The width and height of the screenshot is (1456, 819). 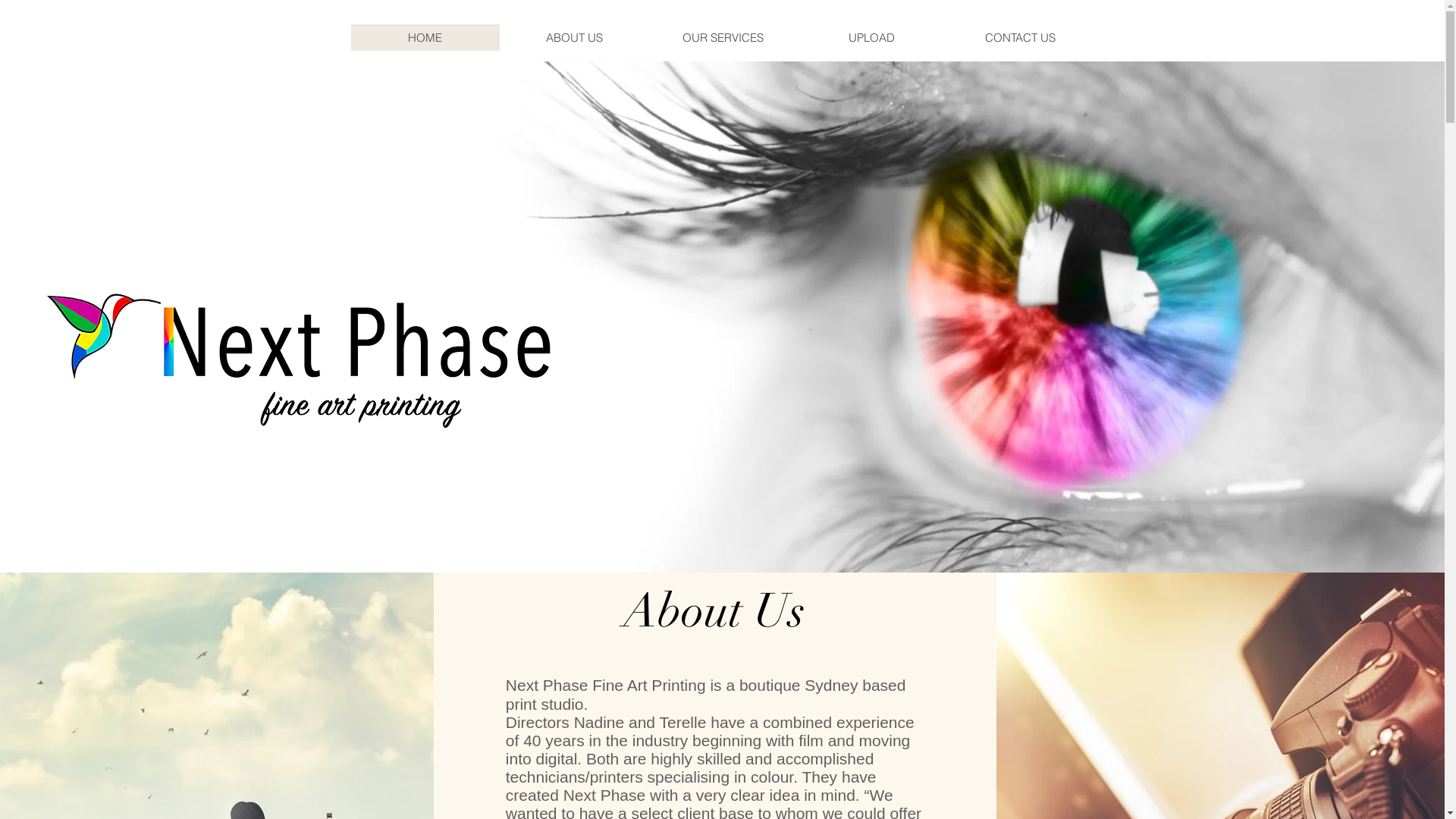 I want to click on 'ABOUT US', so click(x=572, y=36).